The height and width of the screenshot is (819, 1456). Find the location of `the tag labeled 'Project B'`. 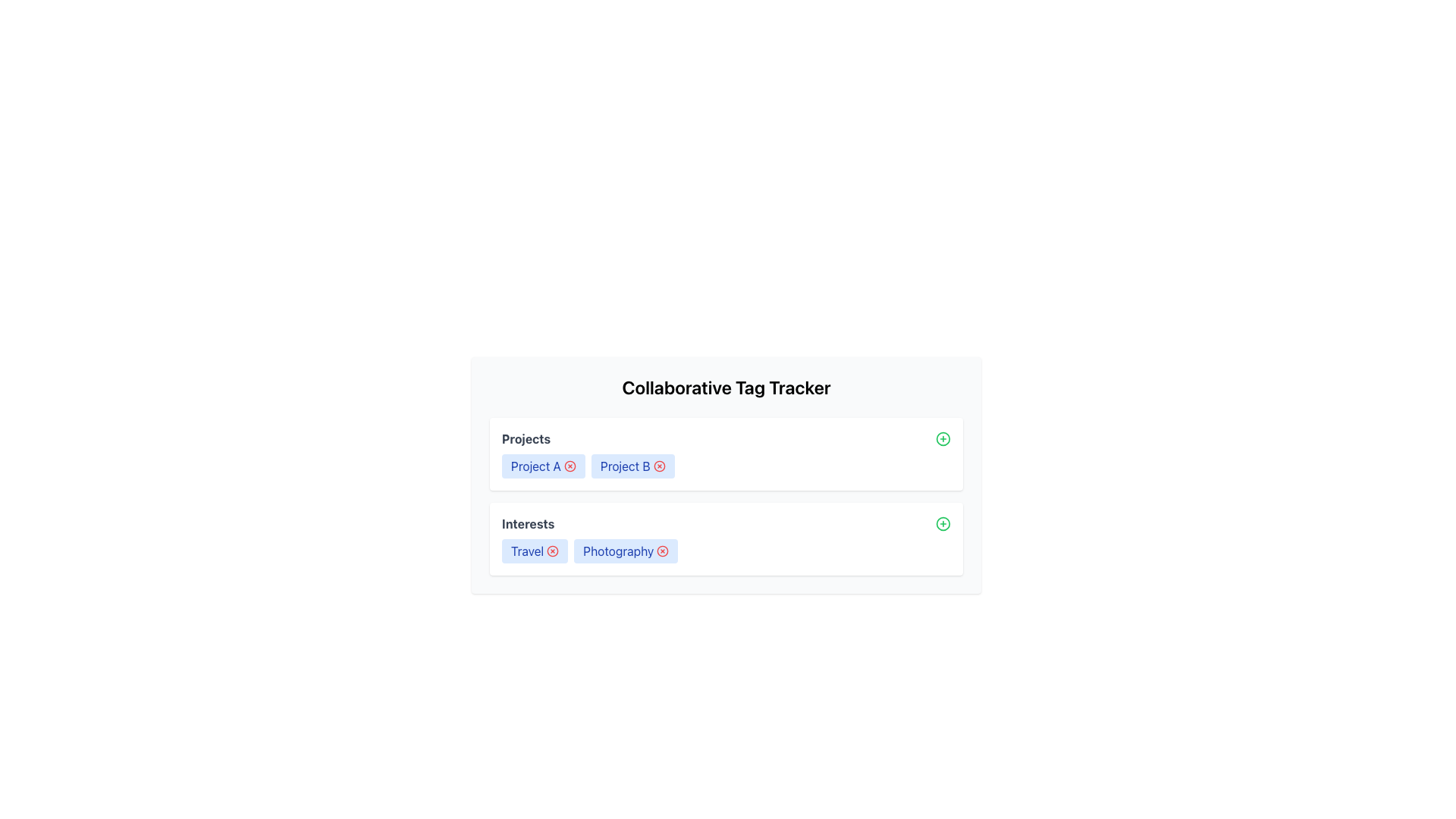

the tag labeled 'Project B' is located at coordinates (632, 465).